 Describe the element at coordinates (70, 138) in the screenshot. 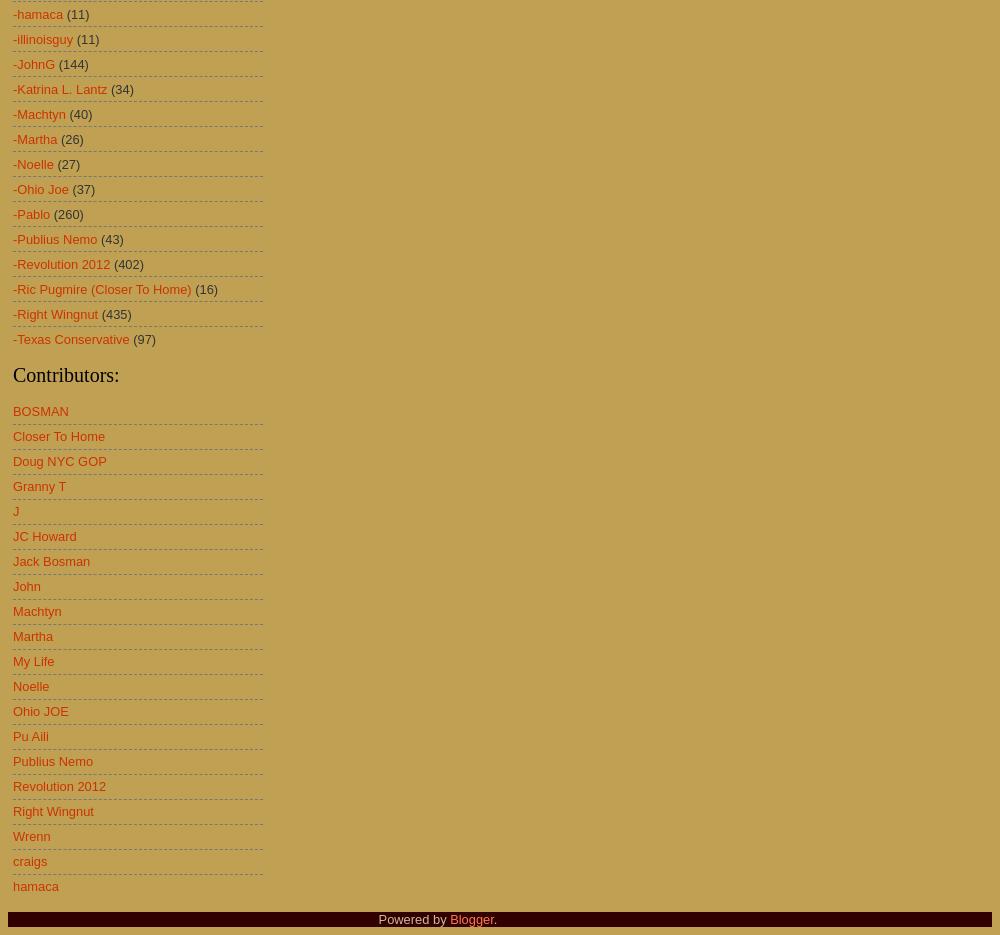

I see `'(26)'` at that location.